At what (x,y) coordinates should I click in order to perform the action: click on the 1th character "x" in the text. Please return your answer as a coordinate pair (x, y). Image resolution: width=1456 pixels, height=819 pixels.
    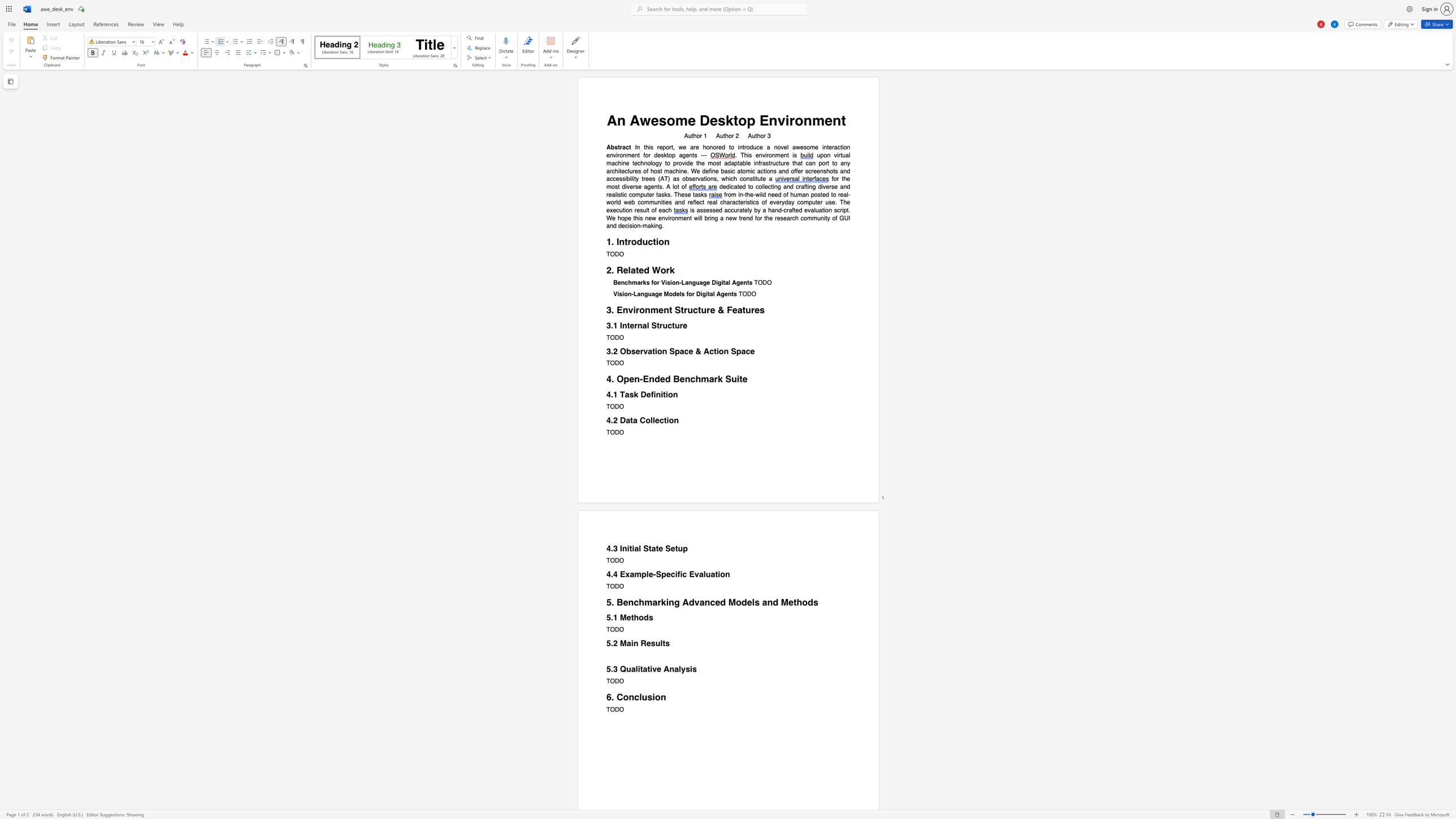
    Looking at the image, I should click on (627, 574).